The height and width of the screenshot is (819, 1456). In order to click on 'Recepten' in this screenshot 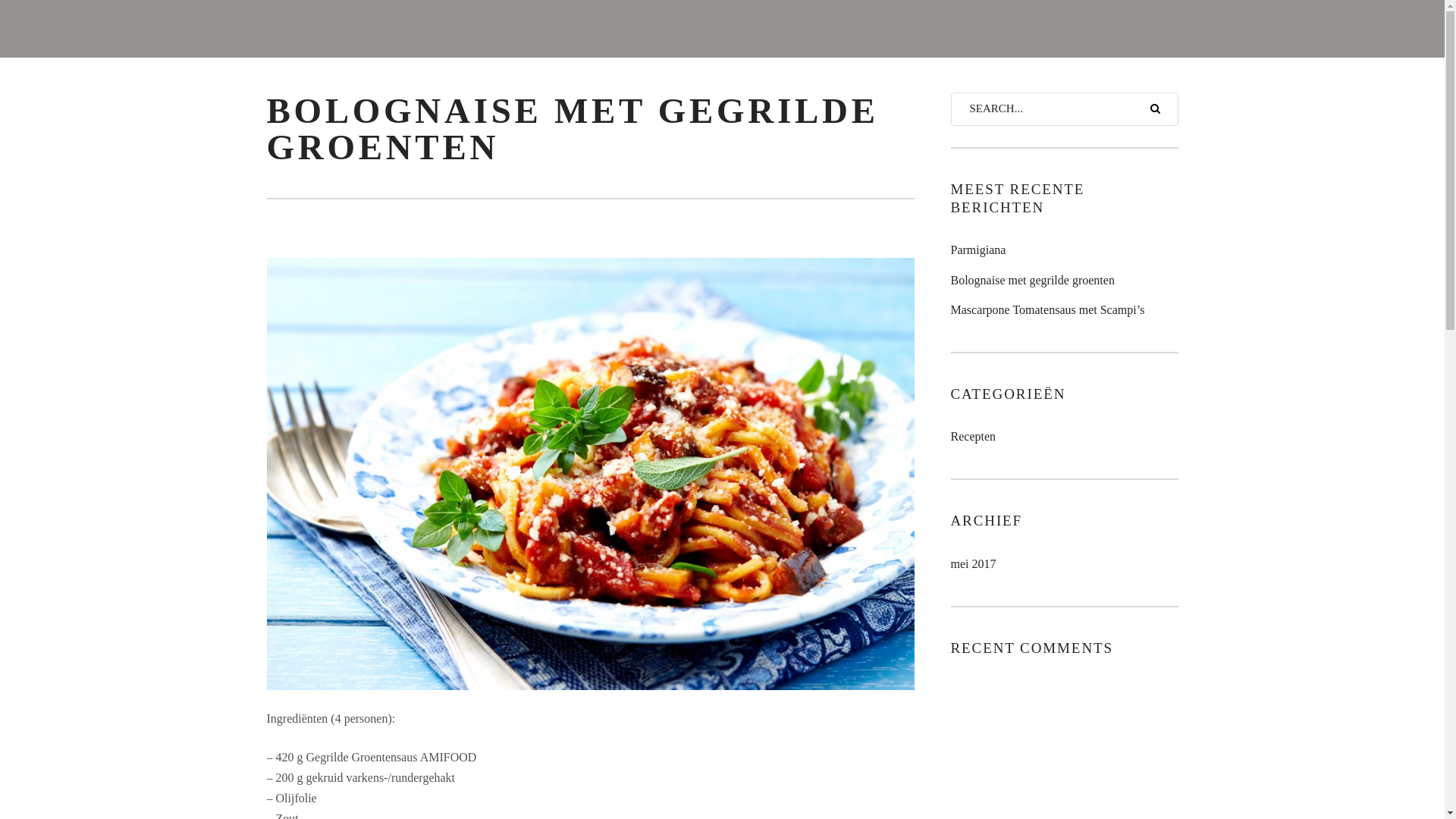, I will do `click(973, 436)`.